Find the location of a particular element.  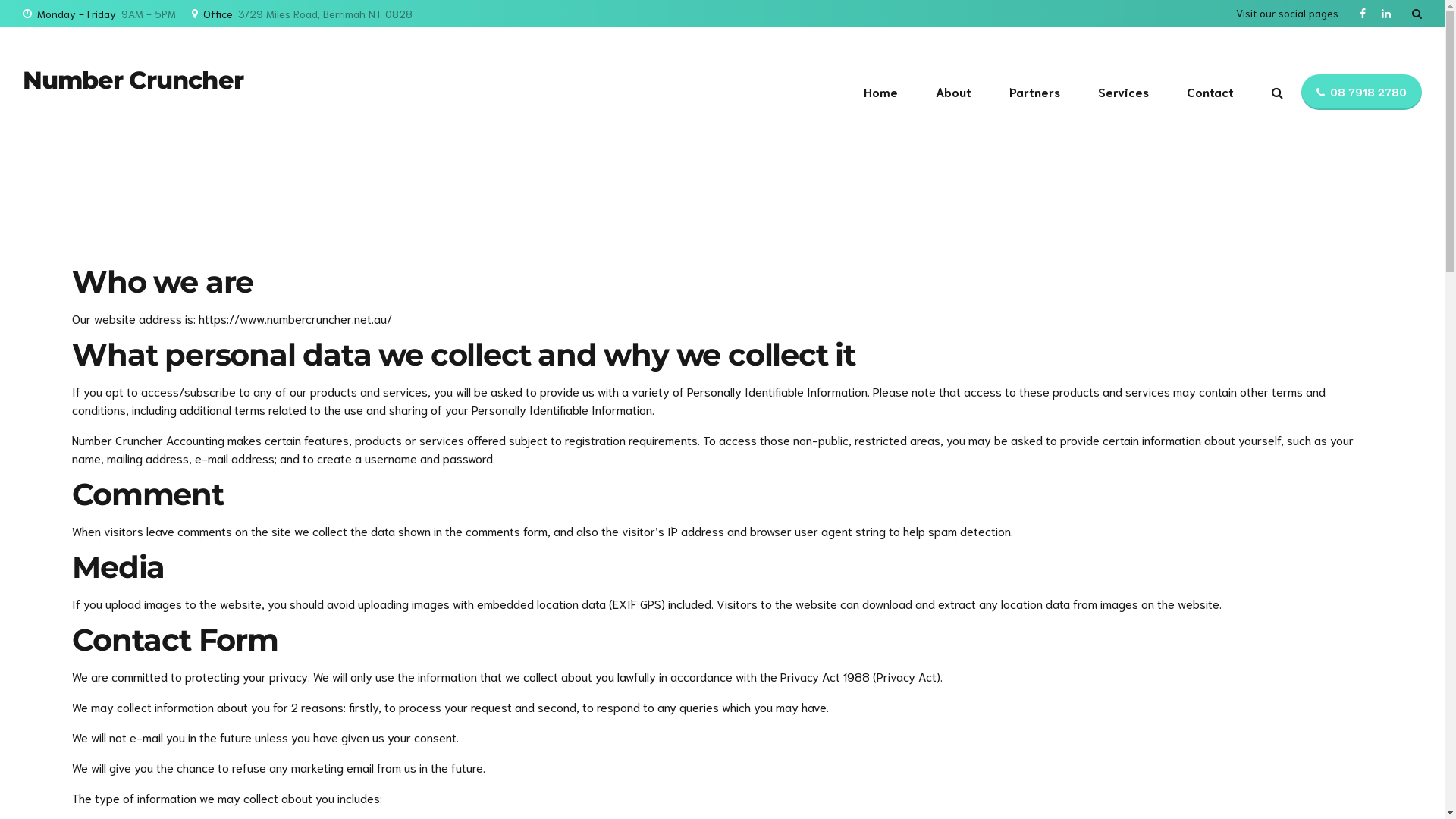

'Contact' is located at coordinates (1185, 91).